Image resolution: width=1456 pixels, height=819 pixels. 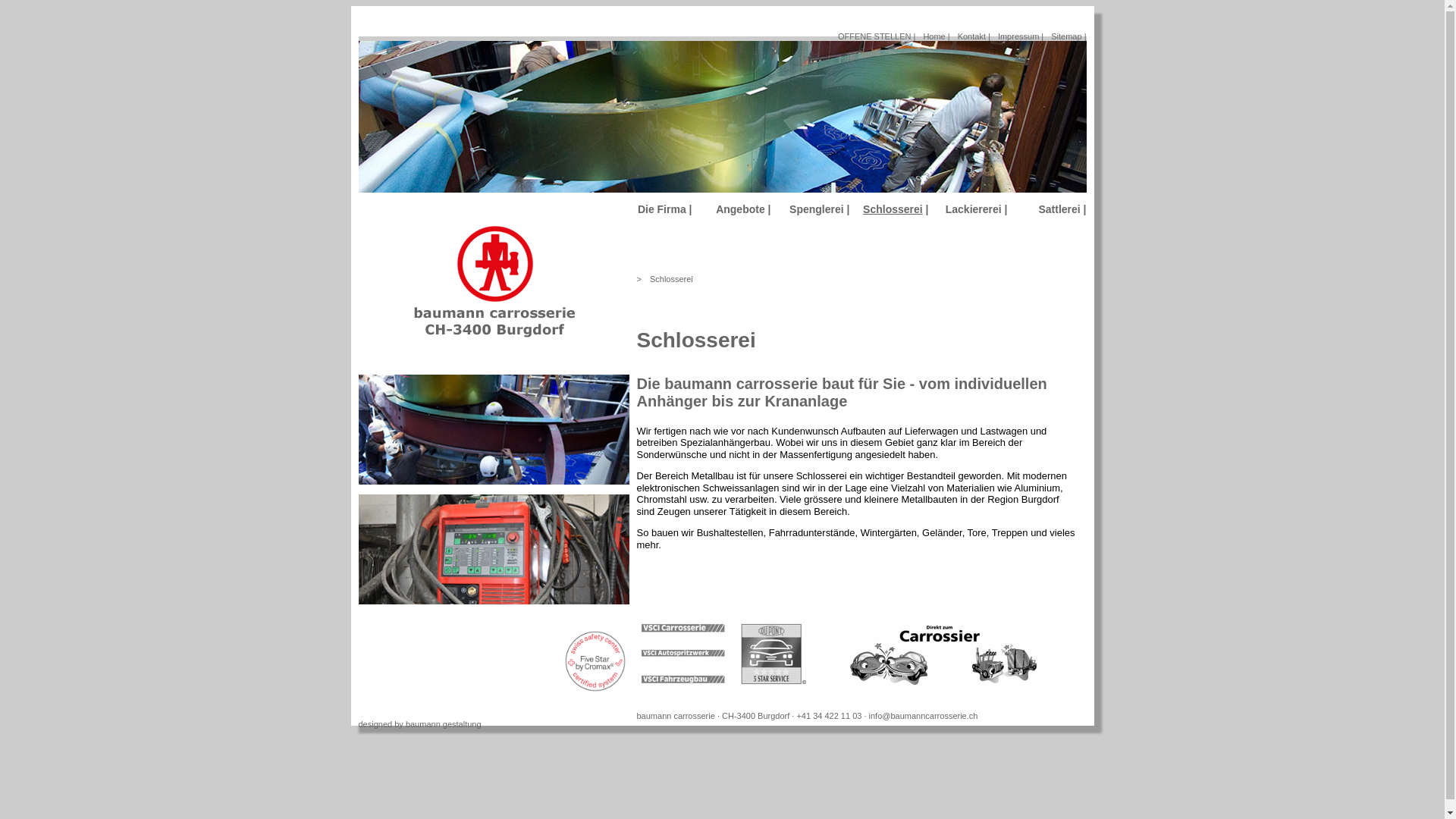 I want to click on 'Home', so click(x=933, y=35).